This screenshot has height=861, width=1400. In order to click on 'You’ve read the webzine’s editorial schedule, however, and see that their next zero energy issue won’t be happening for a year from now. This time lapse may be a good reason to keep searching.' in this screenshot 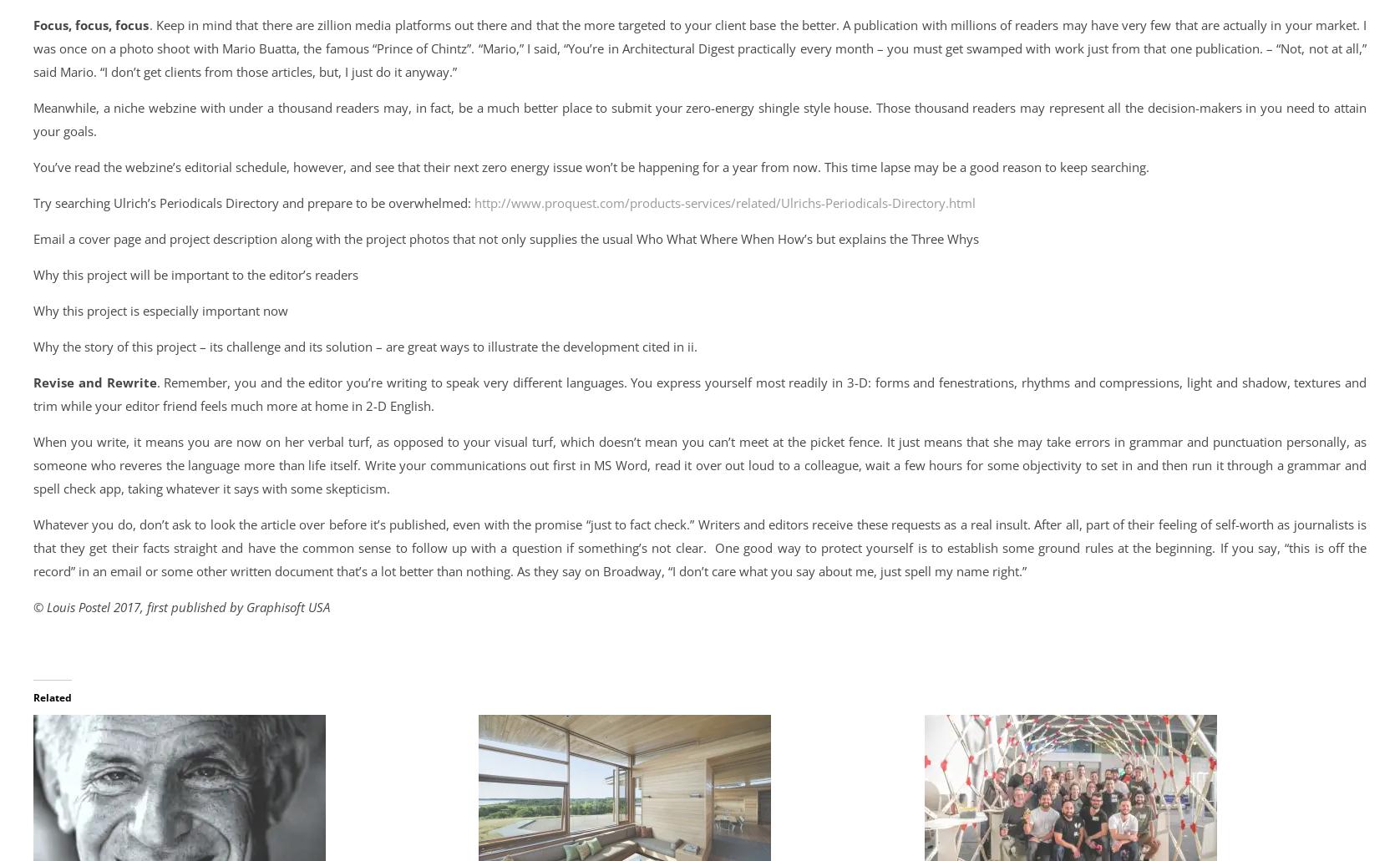, I will do `click(590, 166)`.